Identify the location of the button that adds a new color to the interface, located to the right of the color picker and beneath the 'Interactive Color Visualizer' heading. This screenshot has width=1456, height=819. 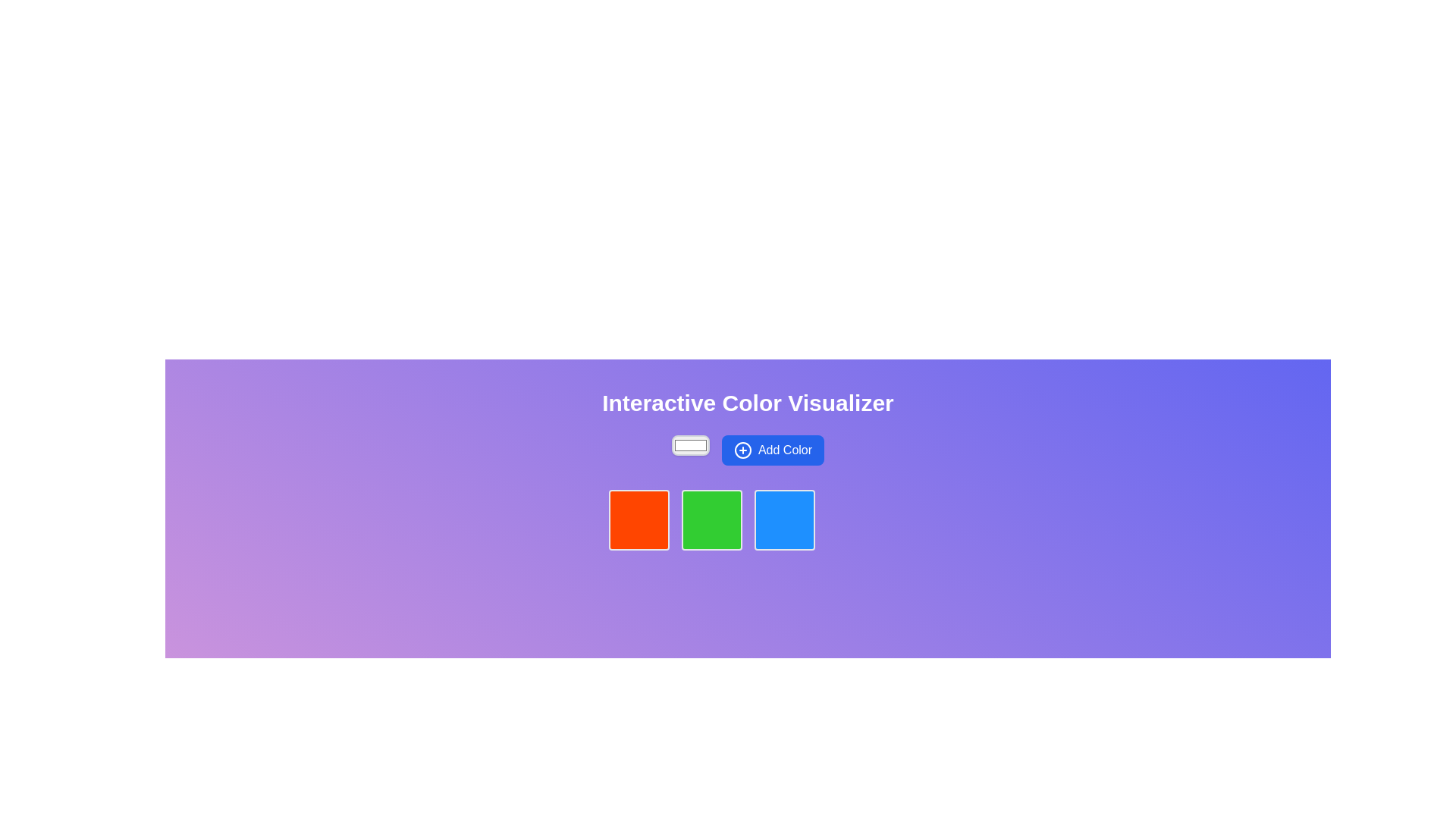
(773, 450).